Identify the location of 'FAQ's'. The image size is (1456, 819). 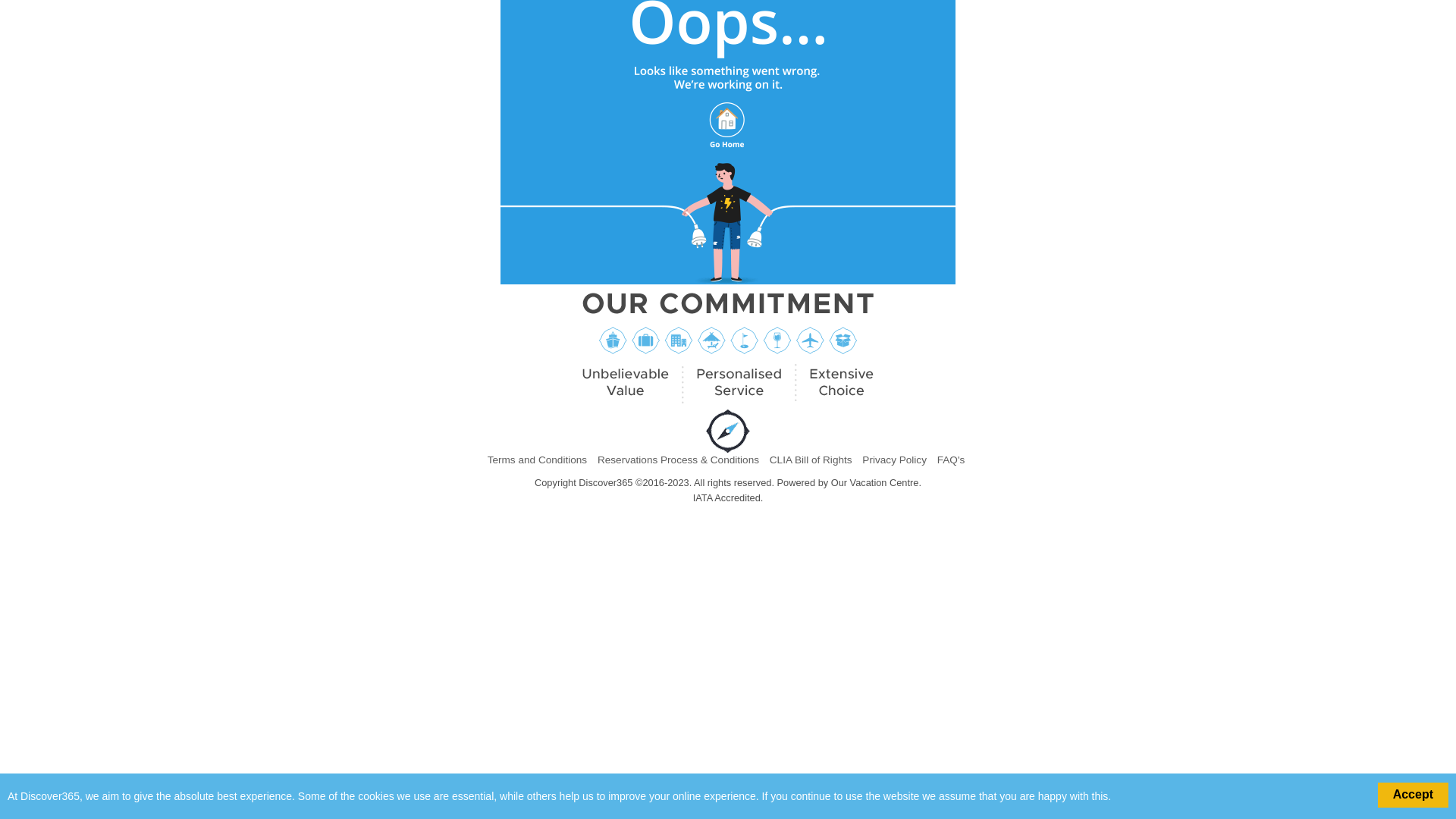
(950, 459).